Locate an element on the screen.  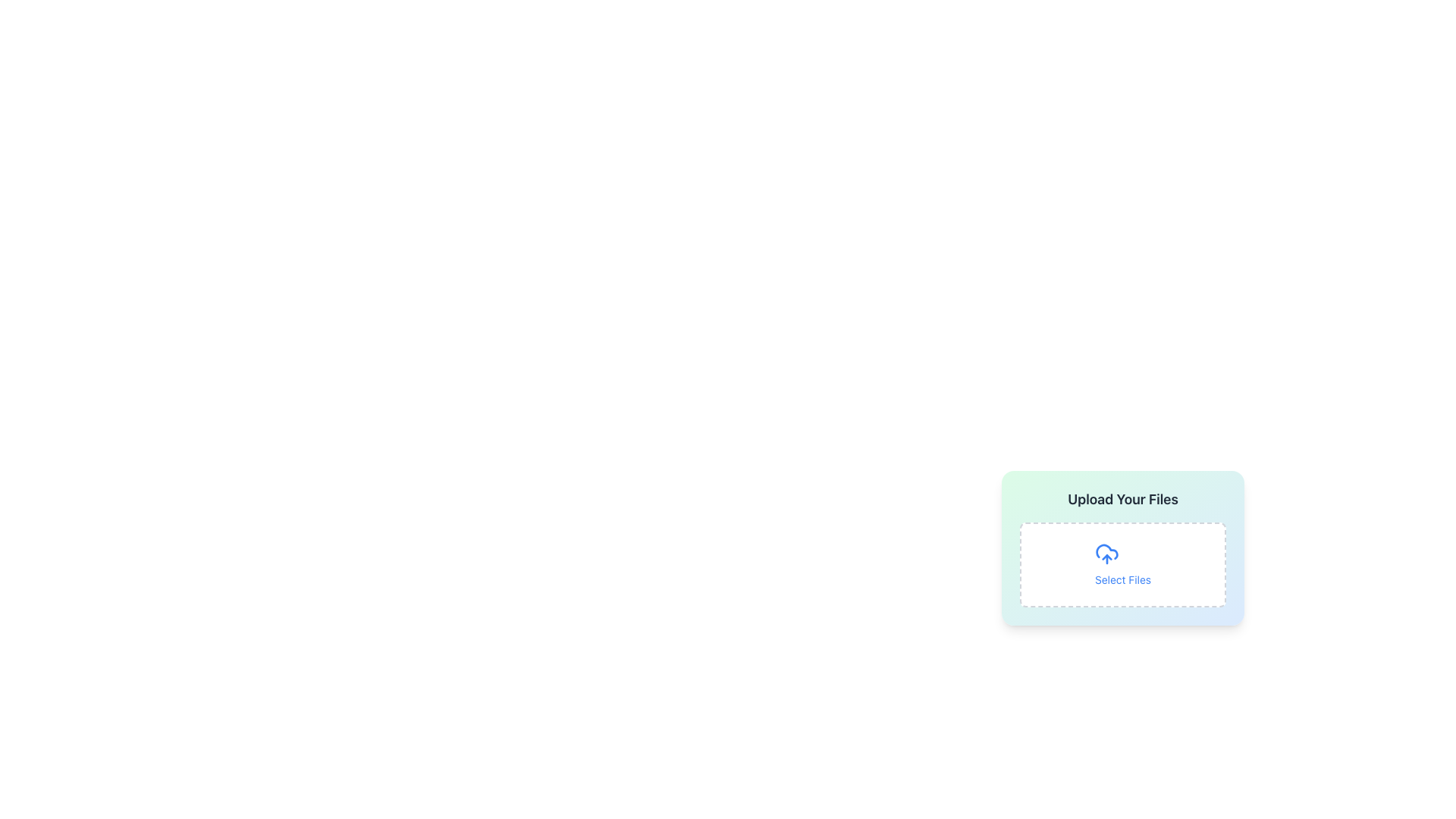
the blue cloud icon within the 'Upload Your Files' card, positioned above the 'Select Files' text is located at coordinates (1106, 551).